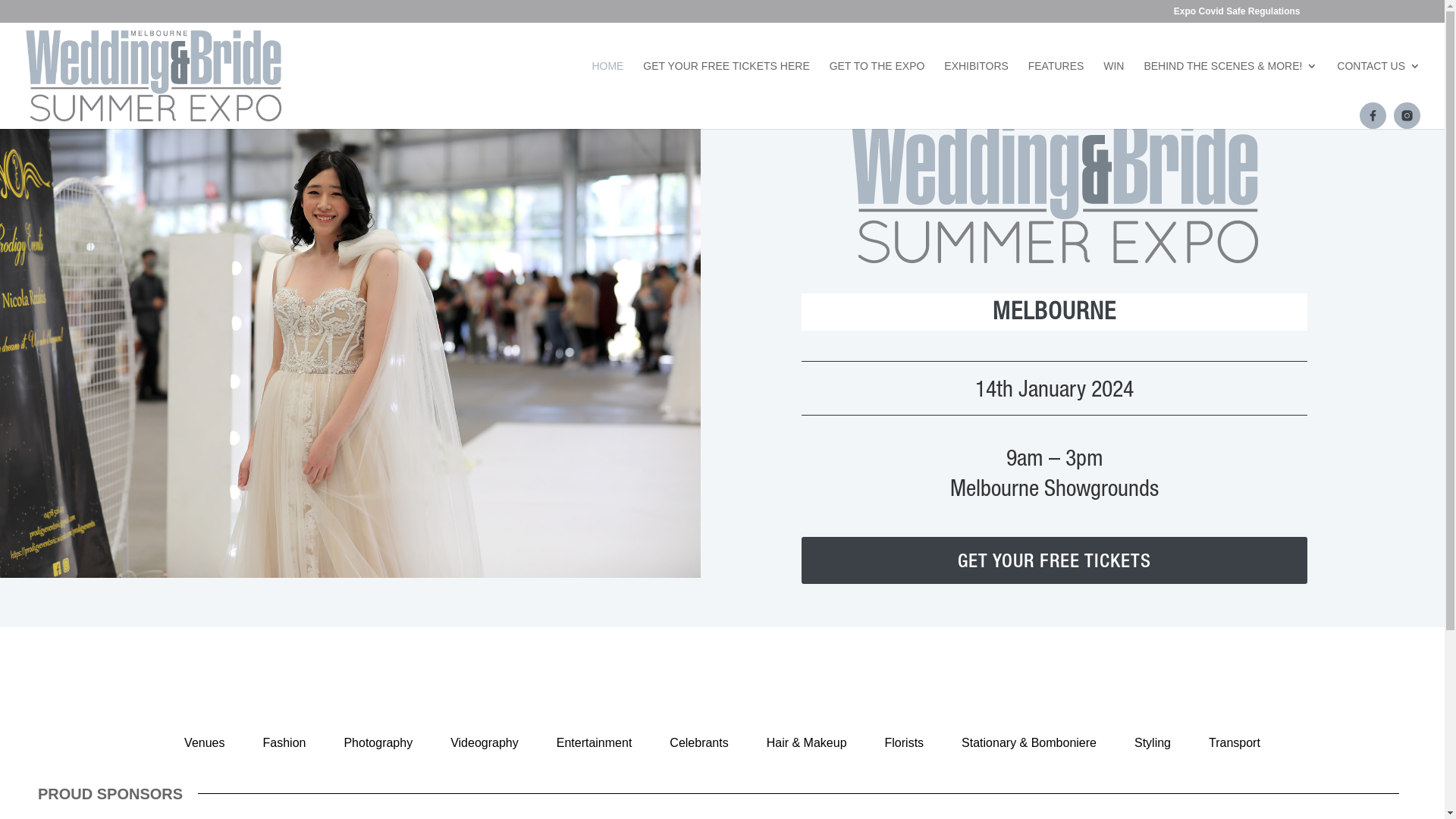 This screenshot has height=819, width=1456. What do you see at coordinates (1029, 742) in the screenshot?
I see `'Stationary & Bomboniere'` at bounding box center [1029, 742].